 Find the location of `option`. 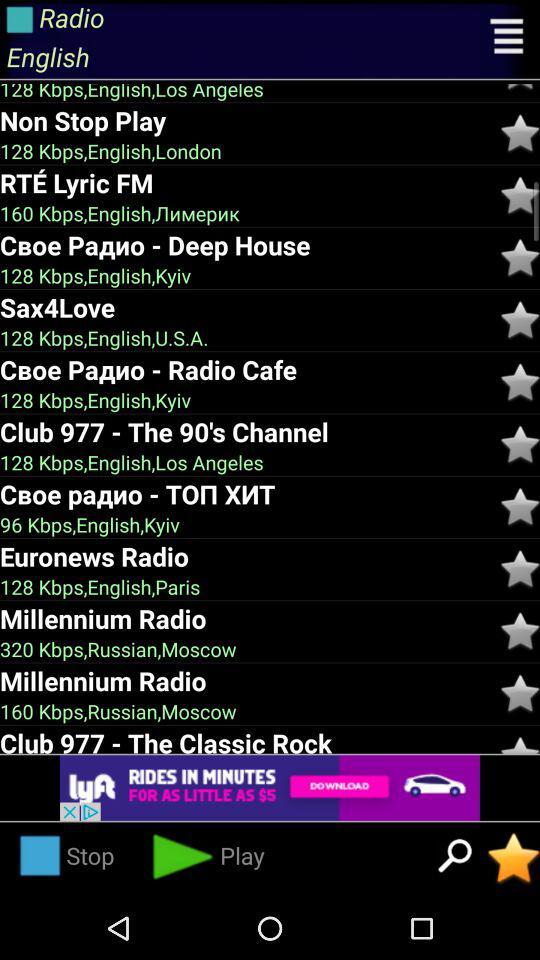

option is located at coordinates (520, 87).